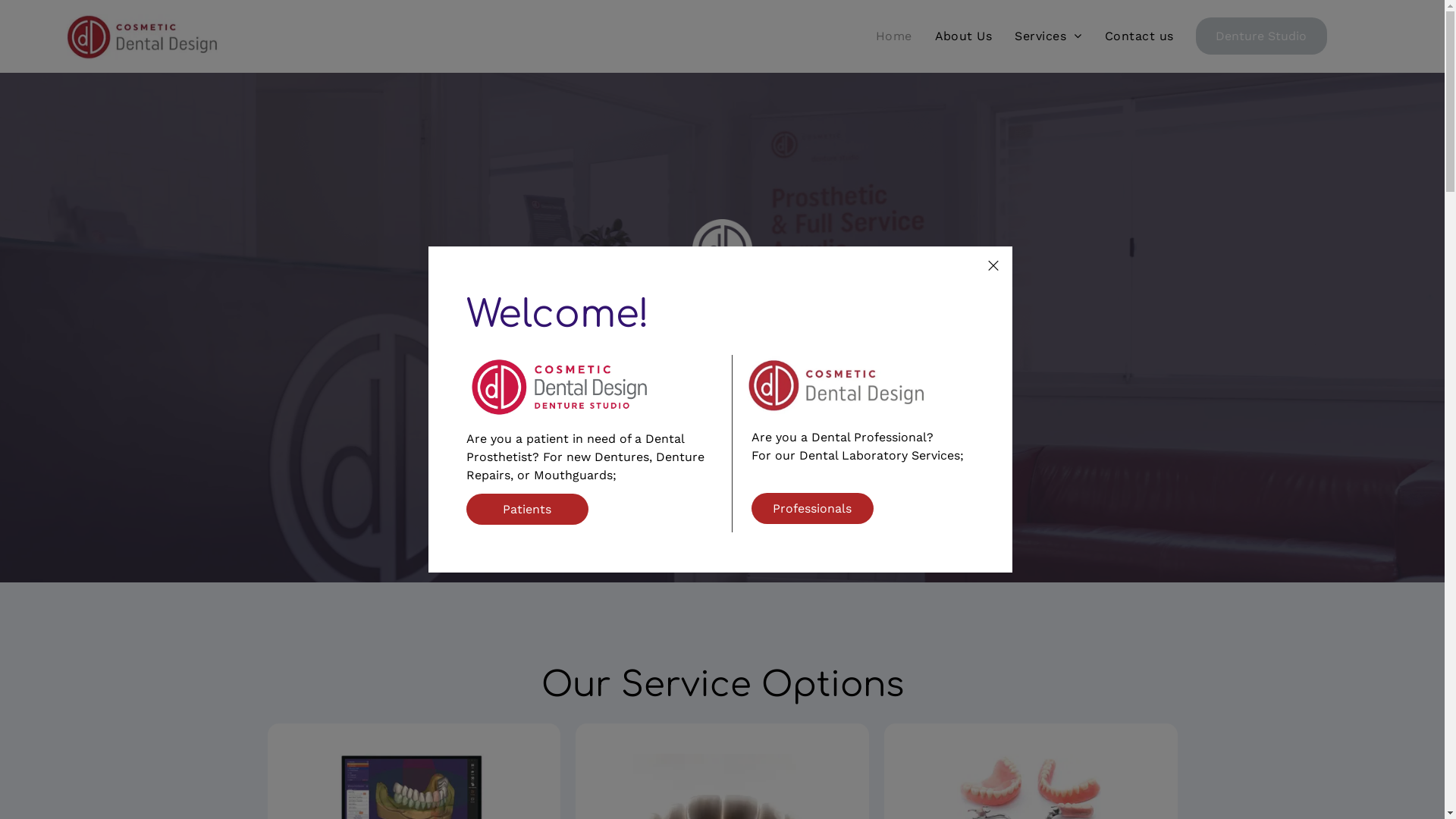 This screenshot has width=1456, height=819. I want to click on 'Services', so click(1003, 35).